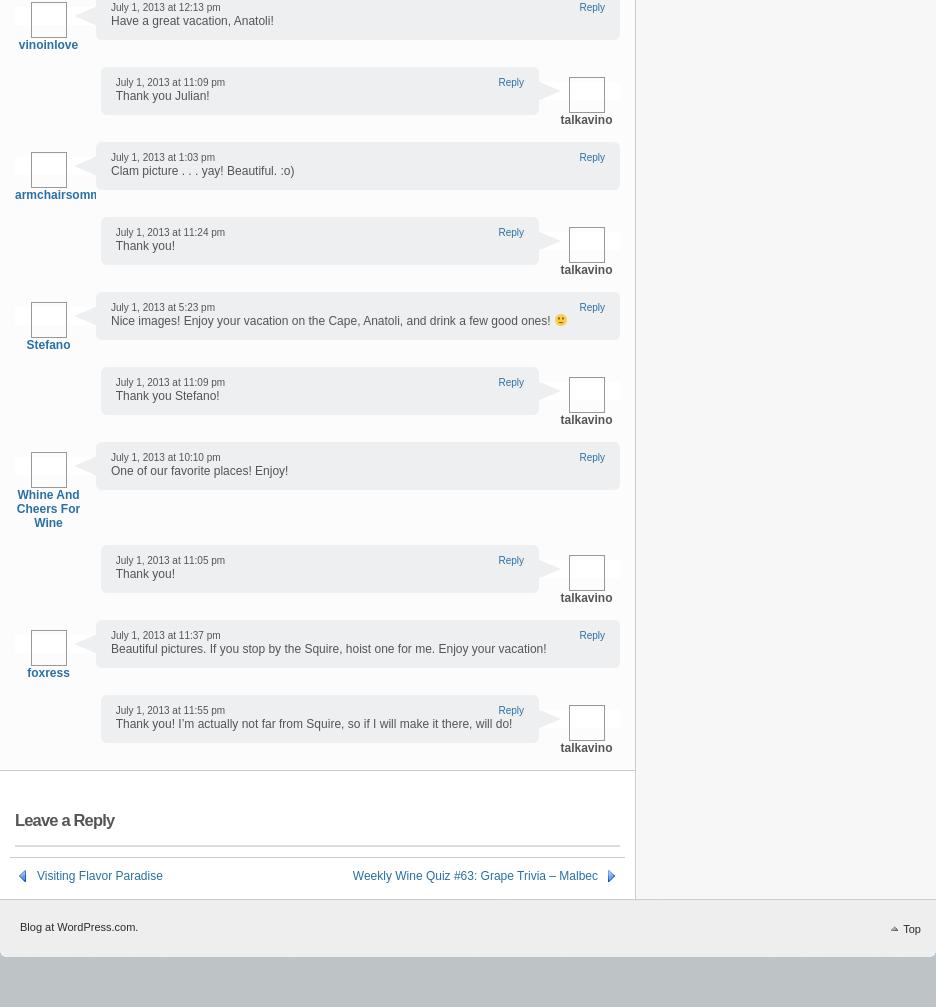 The image size is (936, 1007). Describe the element at coordinates (168, 231) in the screenshot. I see `'July 1, 2013 at 11:24 pm'` at that location.